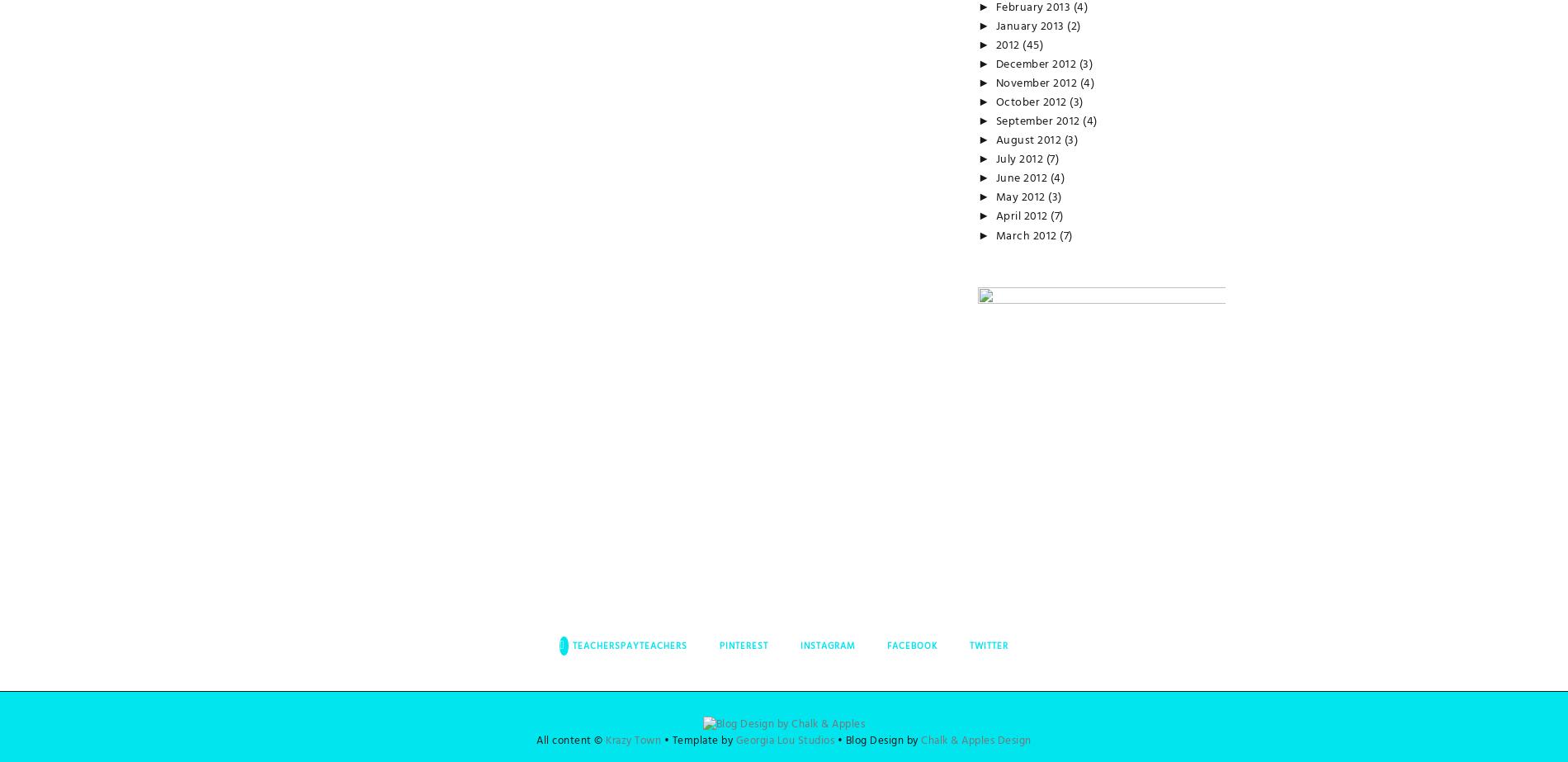 The image size is (1568, 762). Describe the element at coordinates (570, 740) in the screenshot. I see `'All content ©'` at that location.